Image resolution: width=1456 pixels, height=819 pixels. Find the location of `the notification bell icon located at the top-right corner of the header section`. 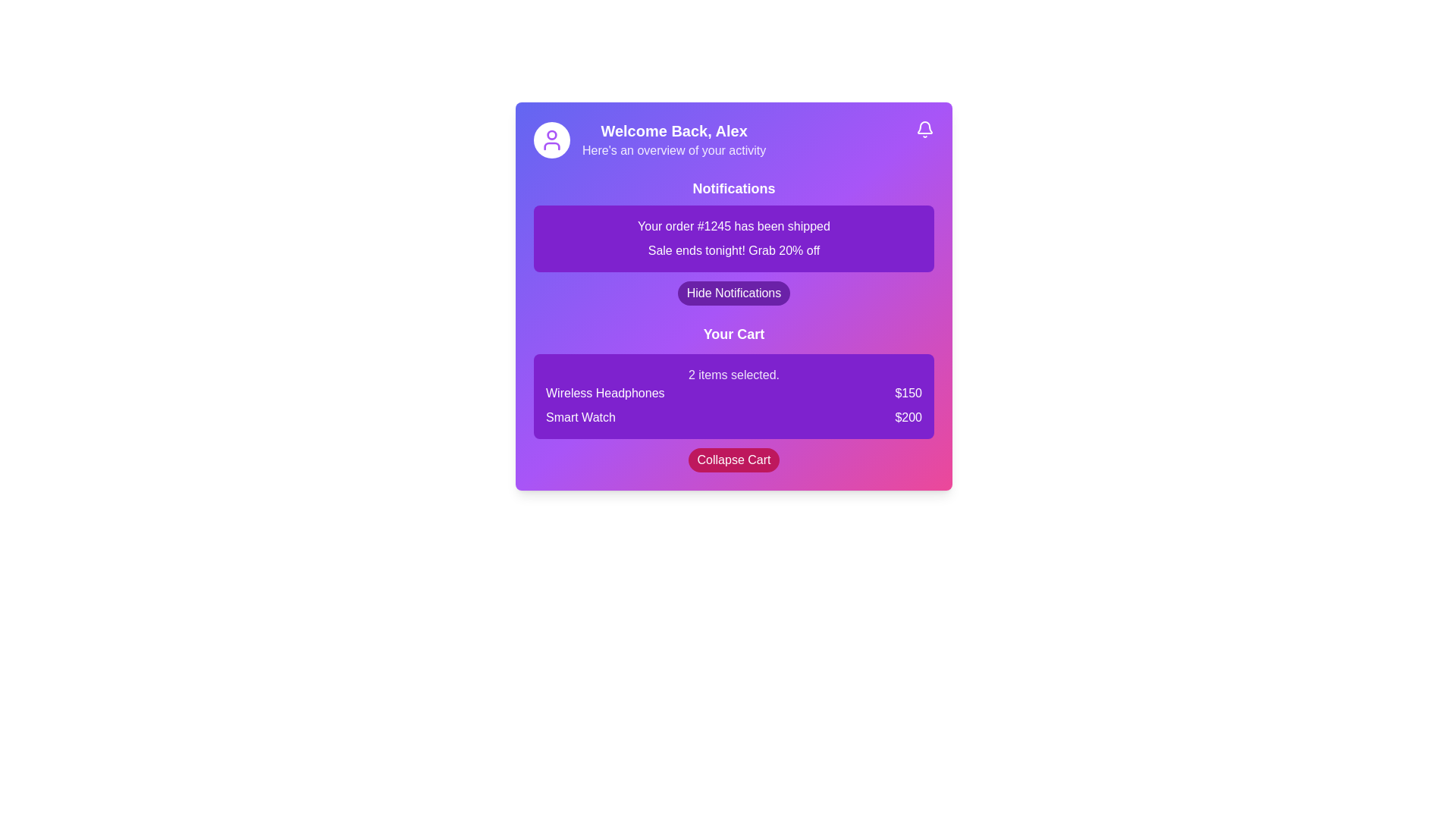

the notification bell icon located at the top-right corner of the header section is located at coordinates (924, 128).